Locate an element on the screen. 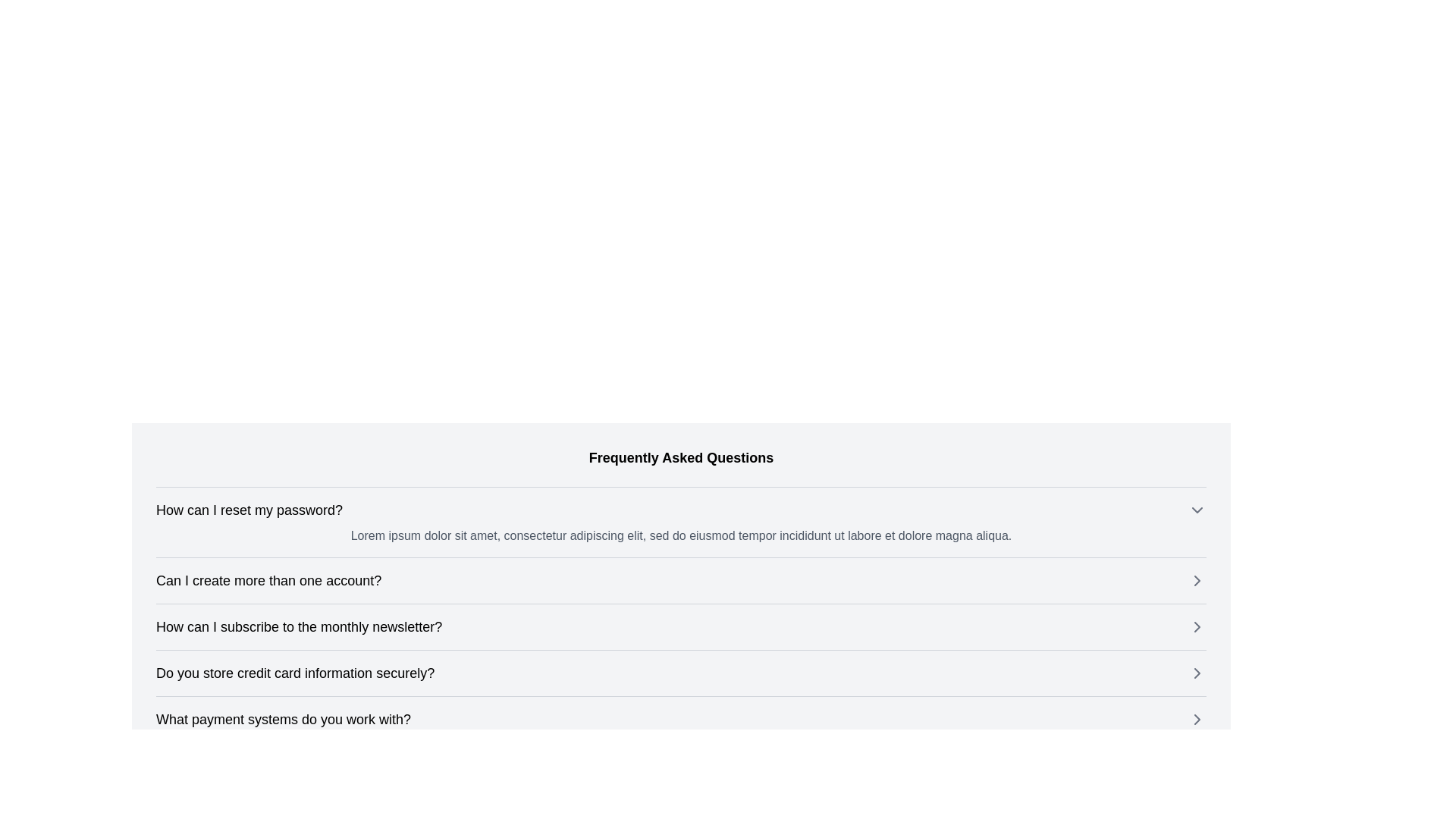 This screenshot has height=819, width=1456. the chevron icon located to the far right of the question 'Can I create more than one account?' is located at coordinates (1197, 580).